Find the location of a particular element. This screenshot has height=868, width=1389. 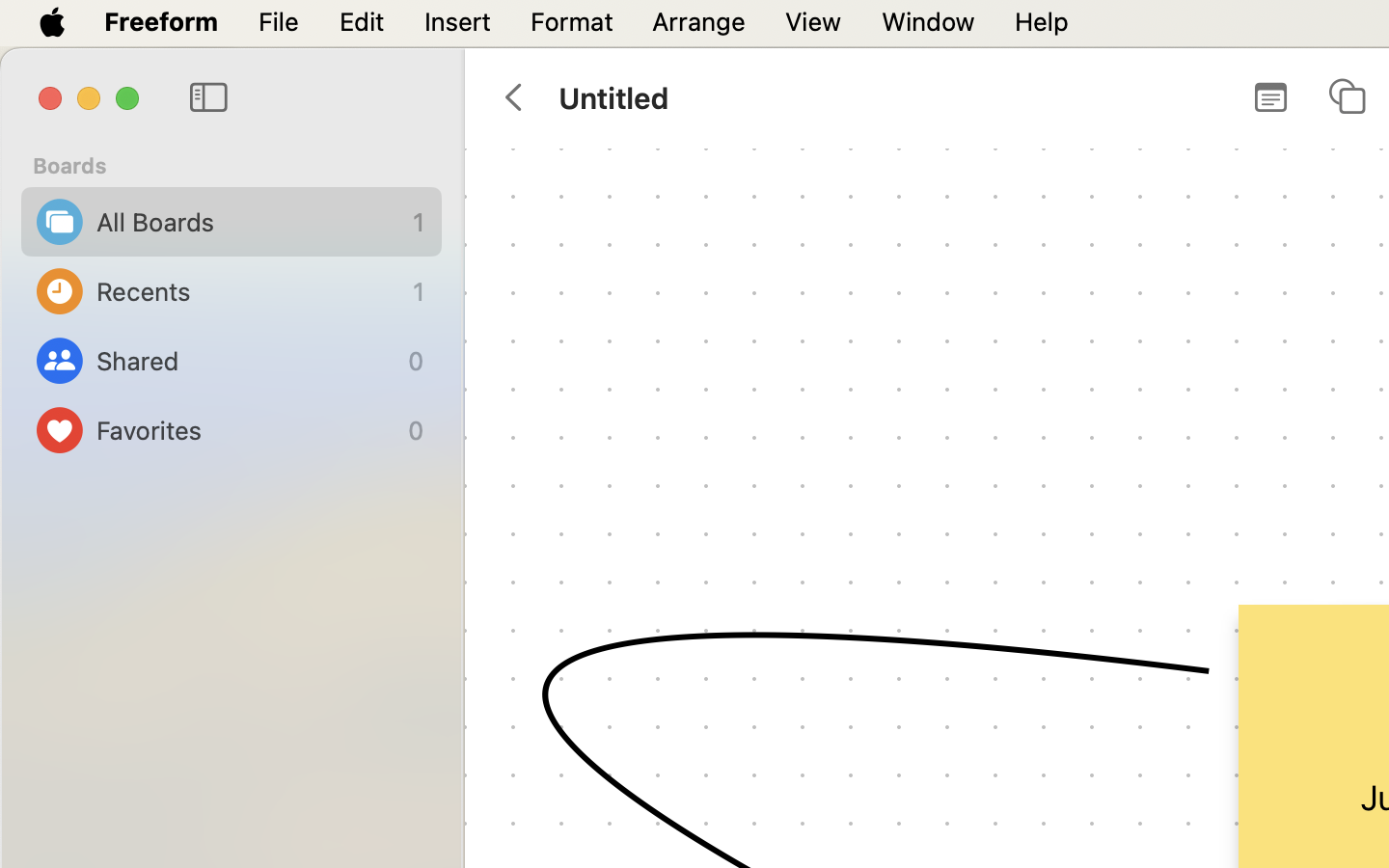

'Untitled' is located at coordinates (612, 95).